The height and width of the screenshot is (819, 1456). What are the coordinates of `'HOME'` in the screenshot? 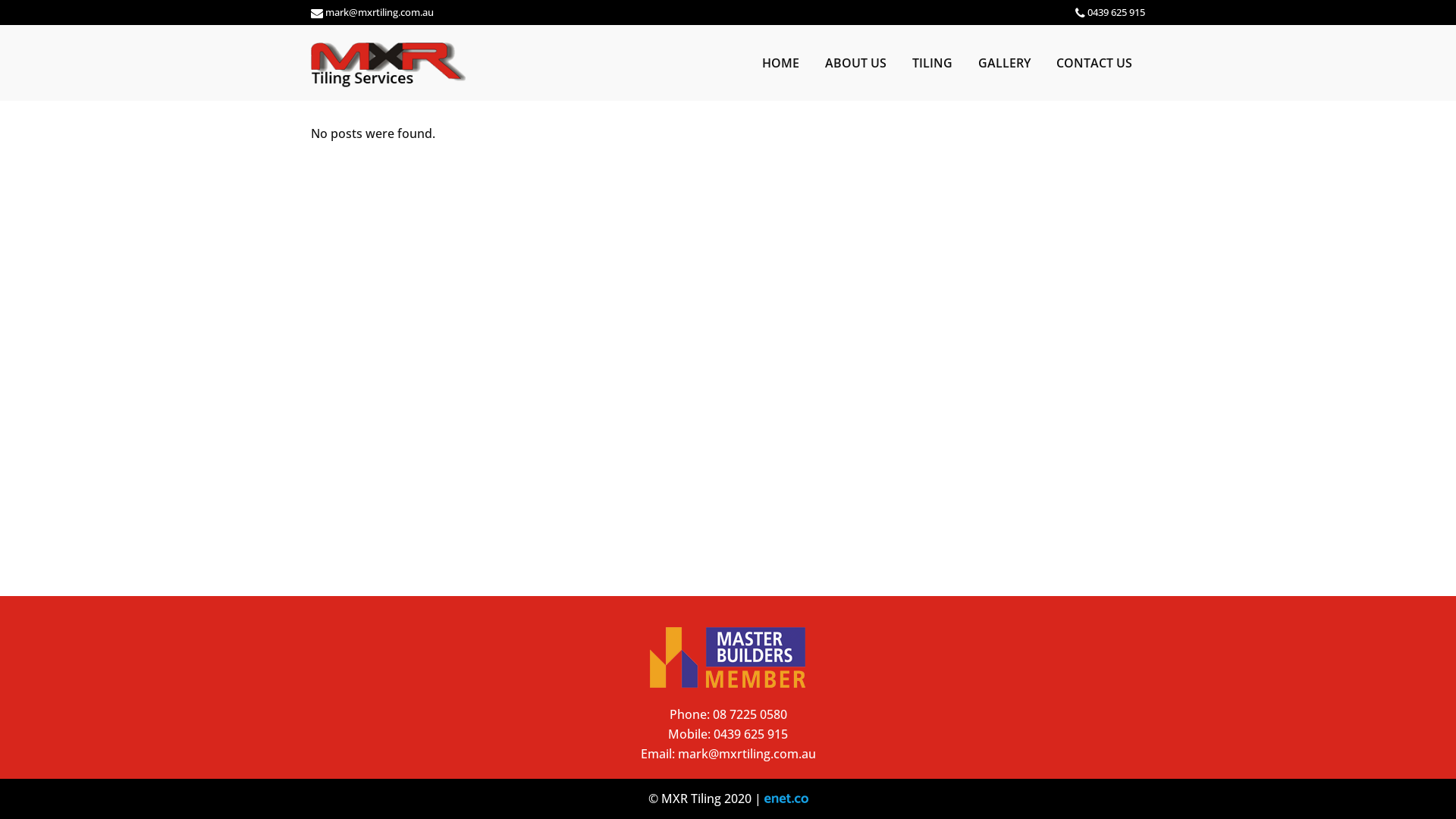 It's located at (749, 62).